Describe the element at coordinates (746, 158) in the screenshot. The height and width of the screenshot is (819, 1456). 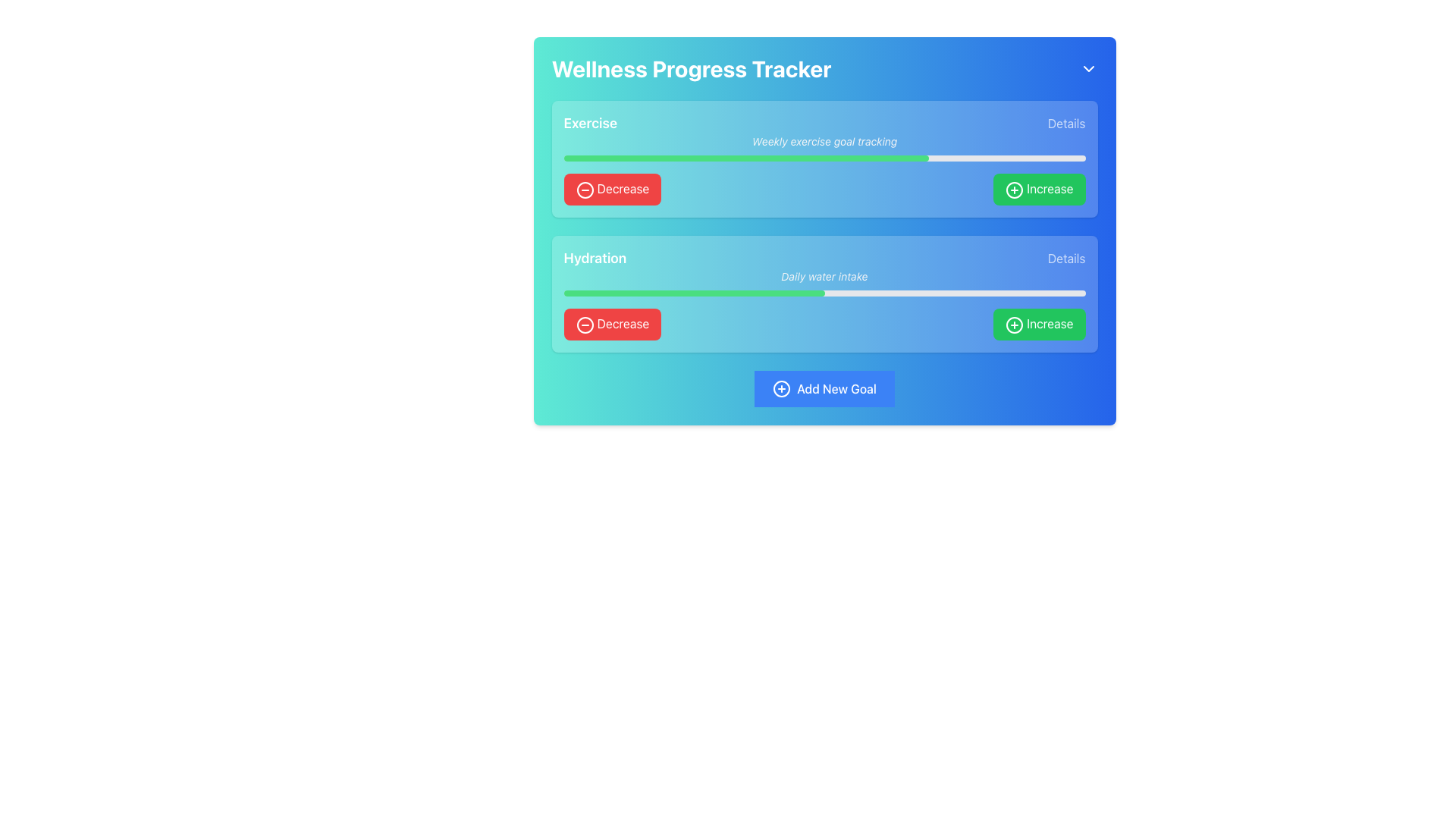
I see `the Progress Indicator that visually indicates a 70% completion towards the weekly exercise goal, located under the 'Weekly exercise goal tracking' heading` at that location.